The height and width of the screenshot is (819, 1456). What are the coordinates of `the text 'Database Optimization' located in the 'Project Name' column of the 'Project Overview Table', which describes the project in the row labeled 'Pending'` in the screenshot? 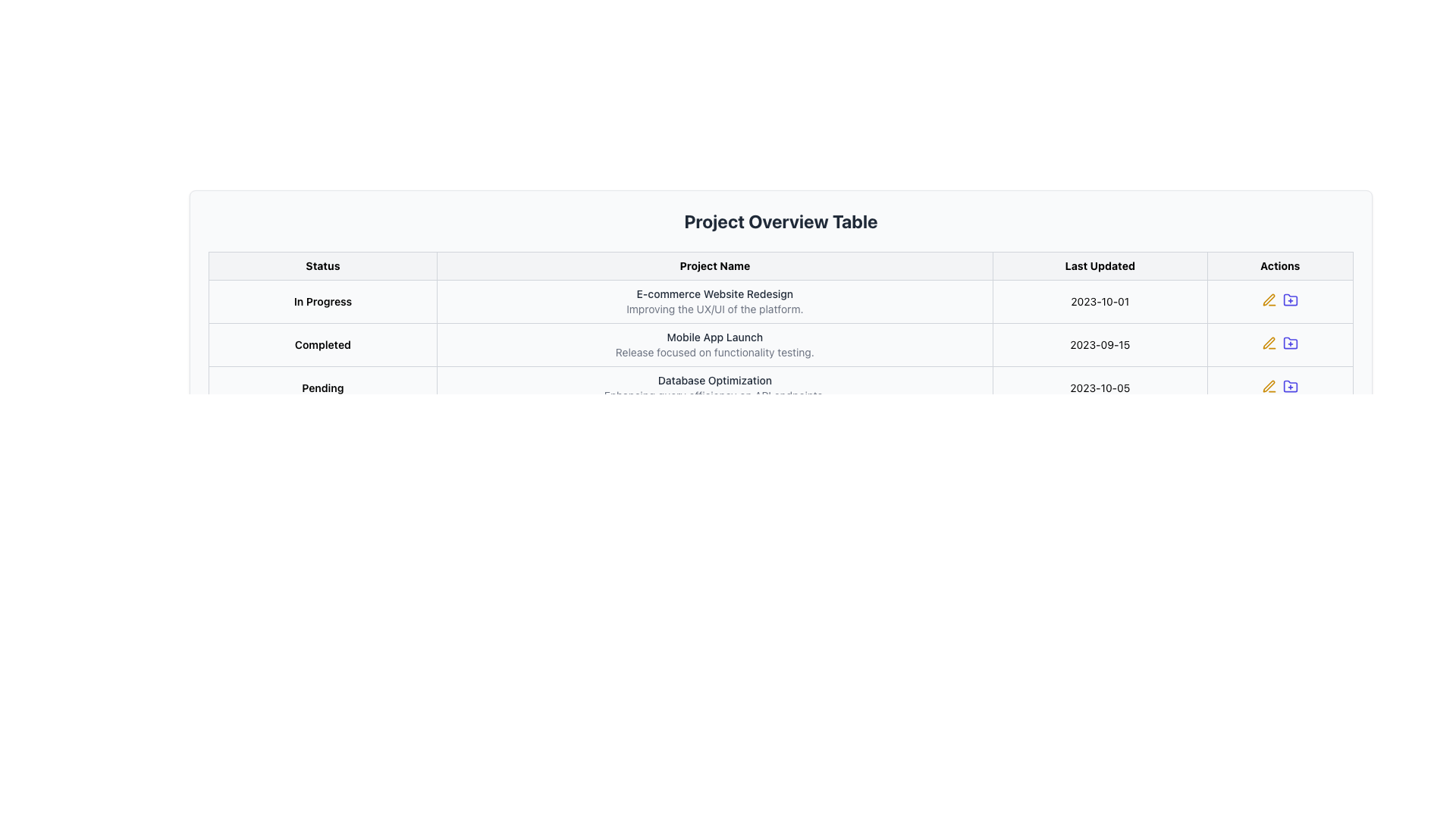 It's located at (714, 379).